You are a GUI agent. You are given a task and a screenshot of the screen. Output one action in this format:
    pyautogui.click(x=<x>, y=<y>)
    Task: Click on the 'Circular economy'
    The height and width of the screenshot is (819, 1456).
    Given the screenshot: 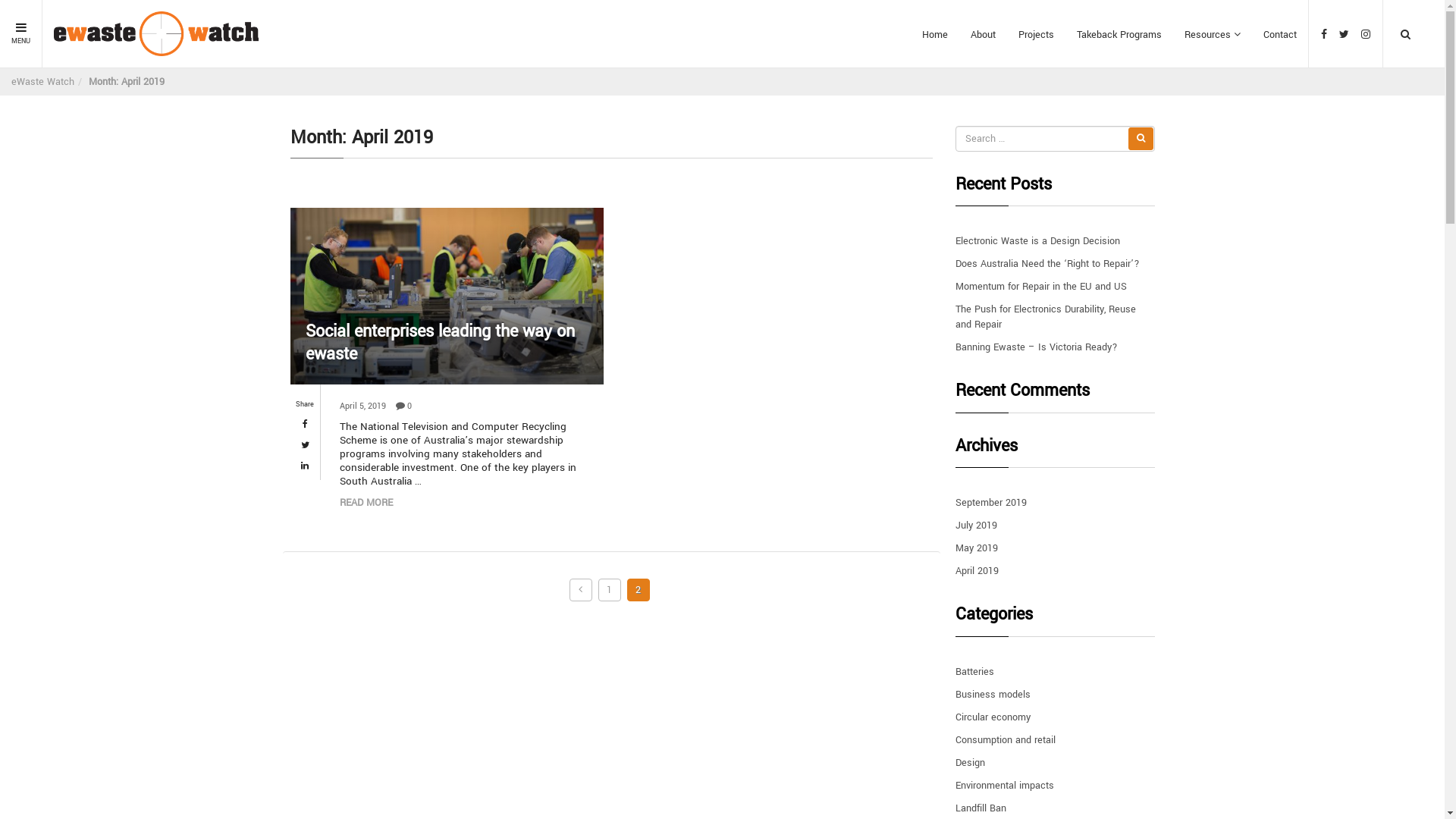 What is the action you would take?
    pyautogui.click(x=993, y=717)
    